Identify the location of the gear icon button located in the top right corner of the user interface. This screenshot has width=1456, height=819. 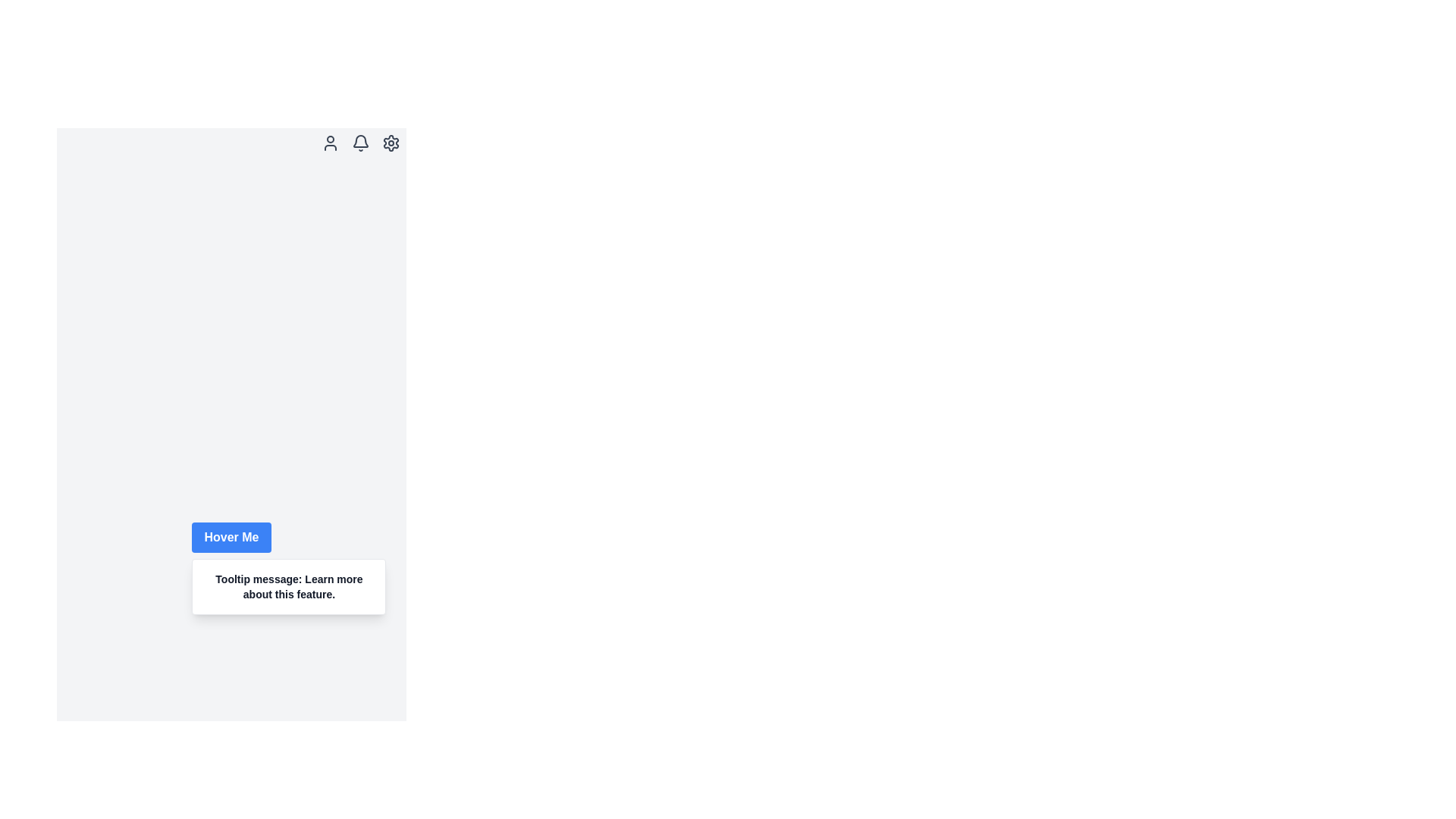
(391, 143).